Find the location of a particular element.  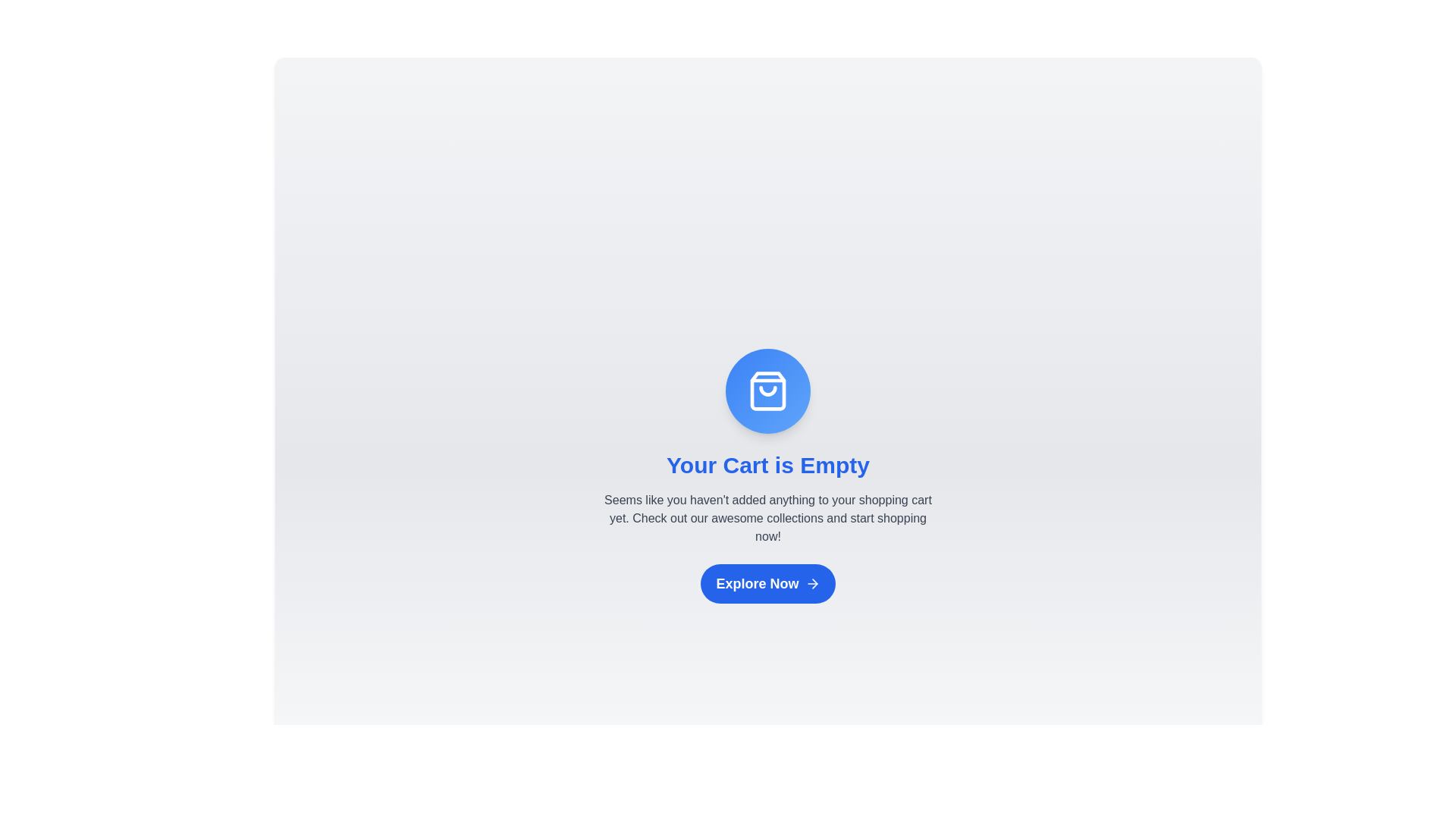

the button located under the heading 'Your Cart is Empty' is located at coordinates (767, 583).